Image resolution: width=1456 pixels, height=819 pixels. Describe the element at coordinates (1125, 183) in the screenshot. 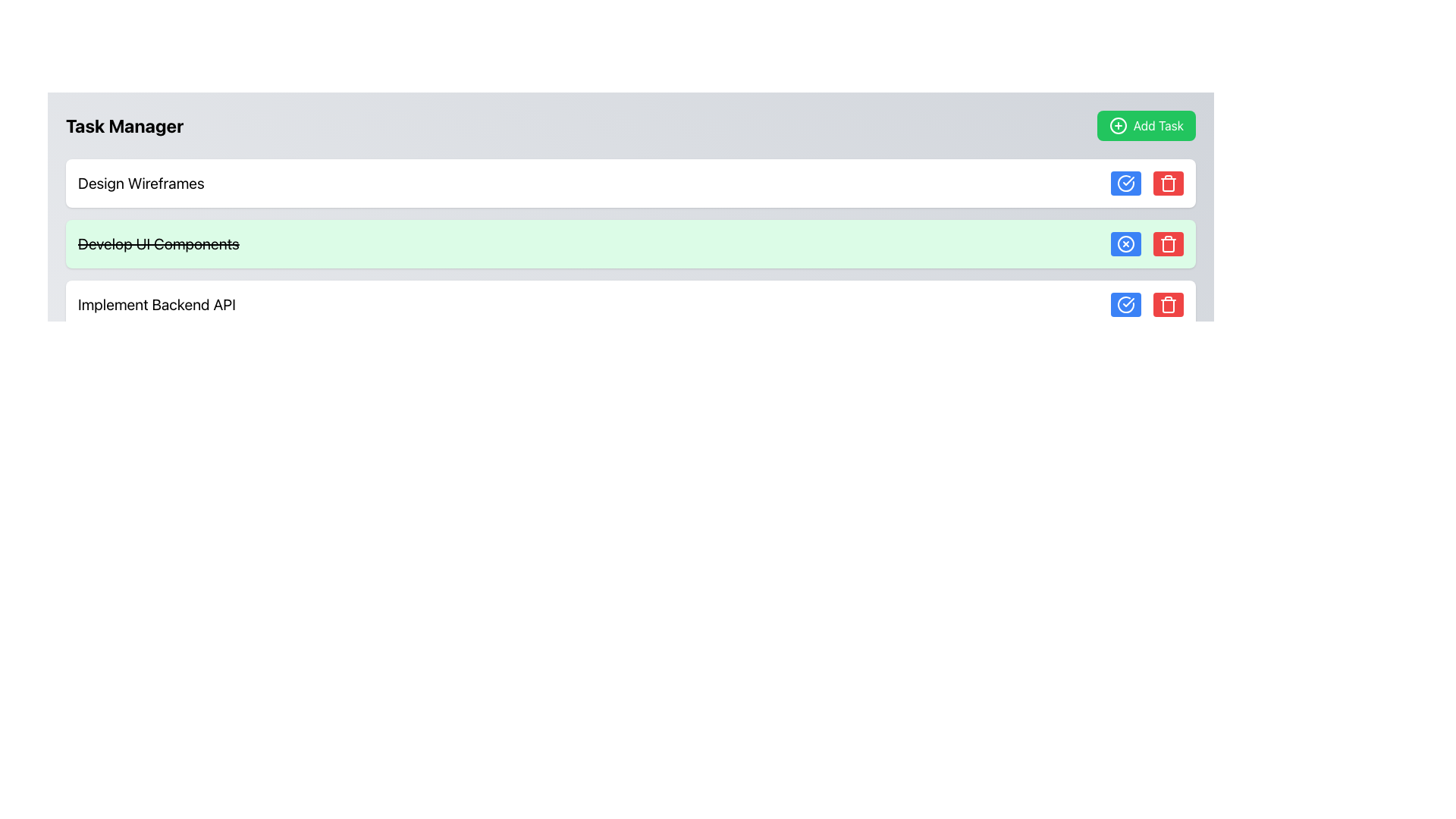

I see `the completion indicator icon located at the right end of the task item row labeled 'Develop UI Components' to mark the task as complete` at that location.